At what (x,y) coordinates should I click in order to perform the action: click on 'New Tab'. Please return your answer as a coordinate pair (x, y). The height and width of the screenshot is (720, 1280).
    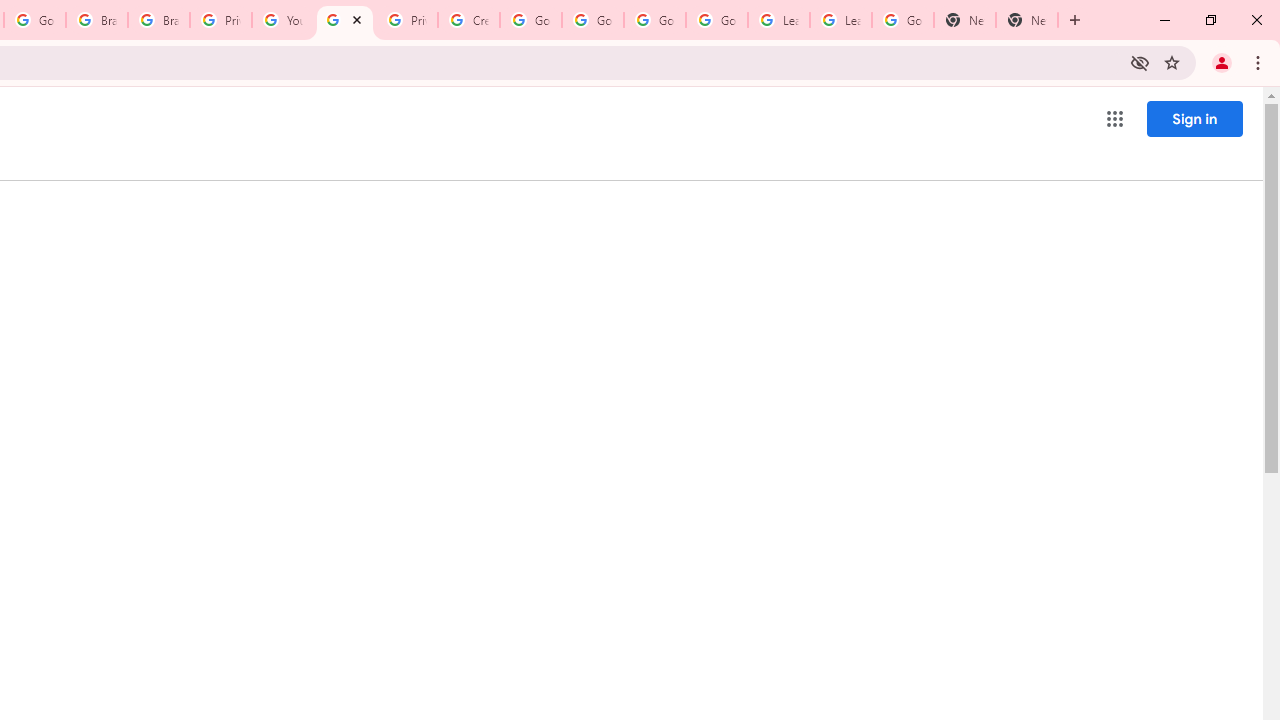
    Looking at the image, I should click on (965, 20).